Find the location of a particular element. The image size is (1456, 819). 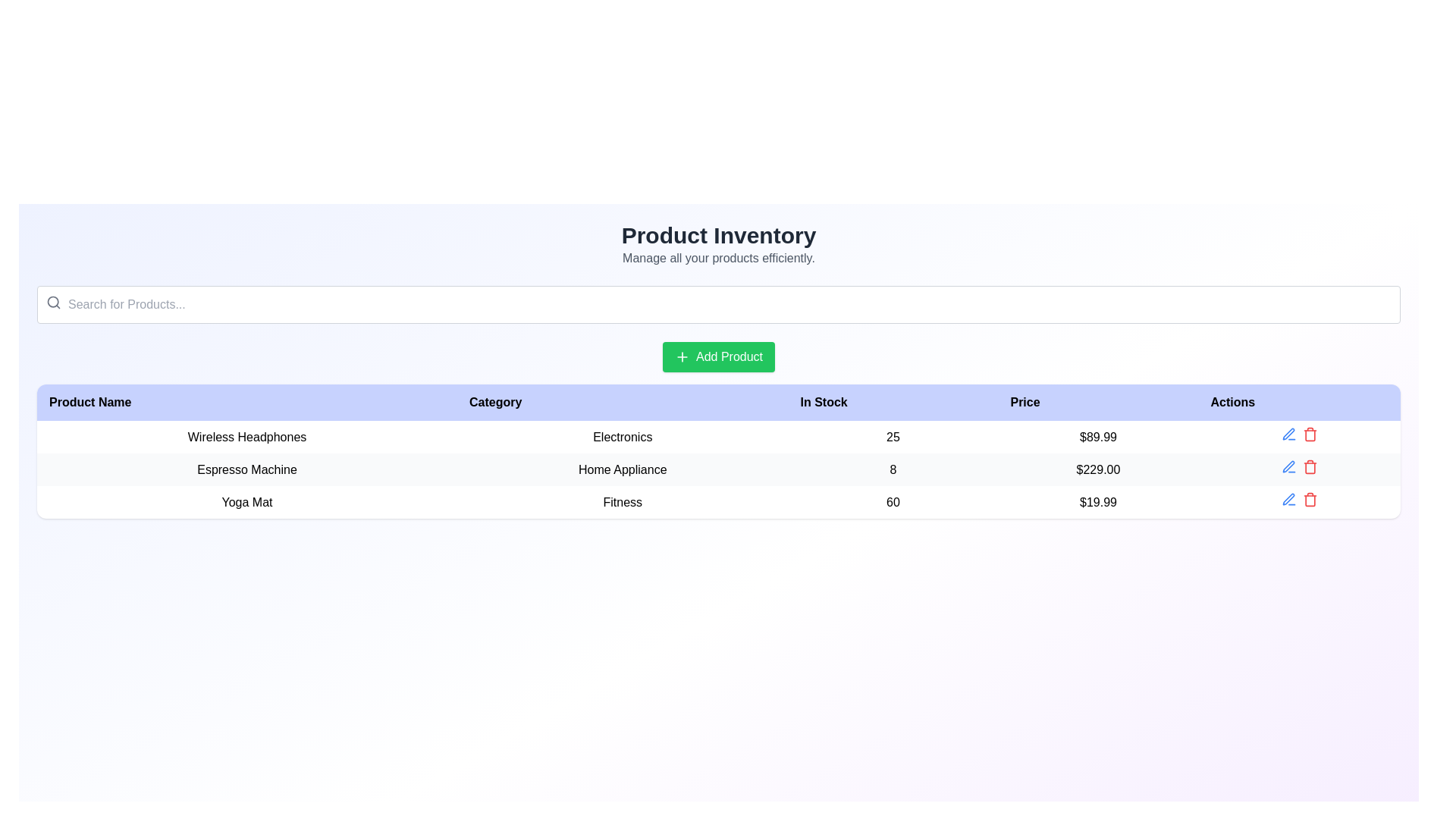

the Text label that displays the category classification of the corresponding product, located in the second column of the last row in a table under the header 'Category' is located at coordinates (623, 502).